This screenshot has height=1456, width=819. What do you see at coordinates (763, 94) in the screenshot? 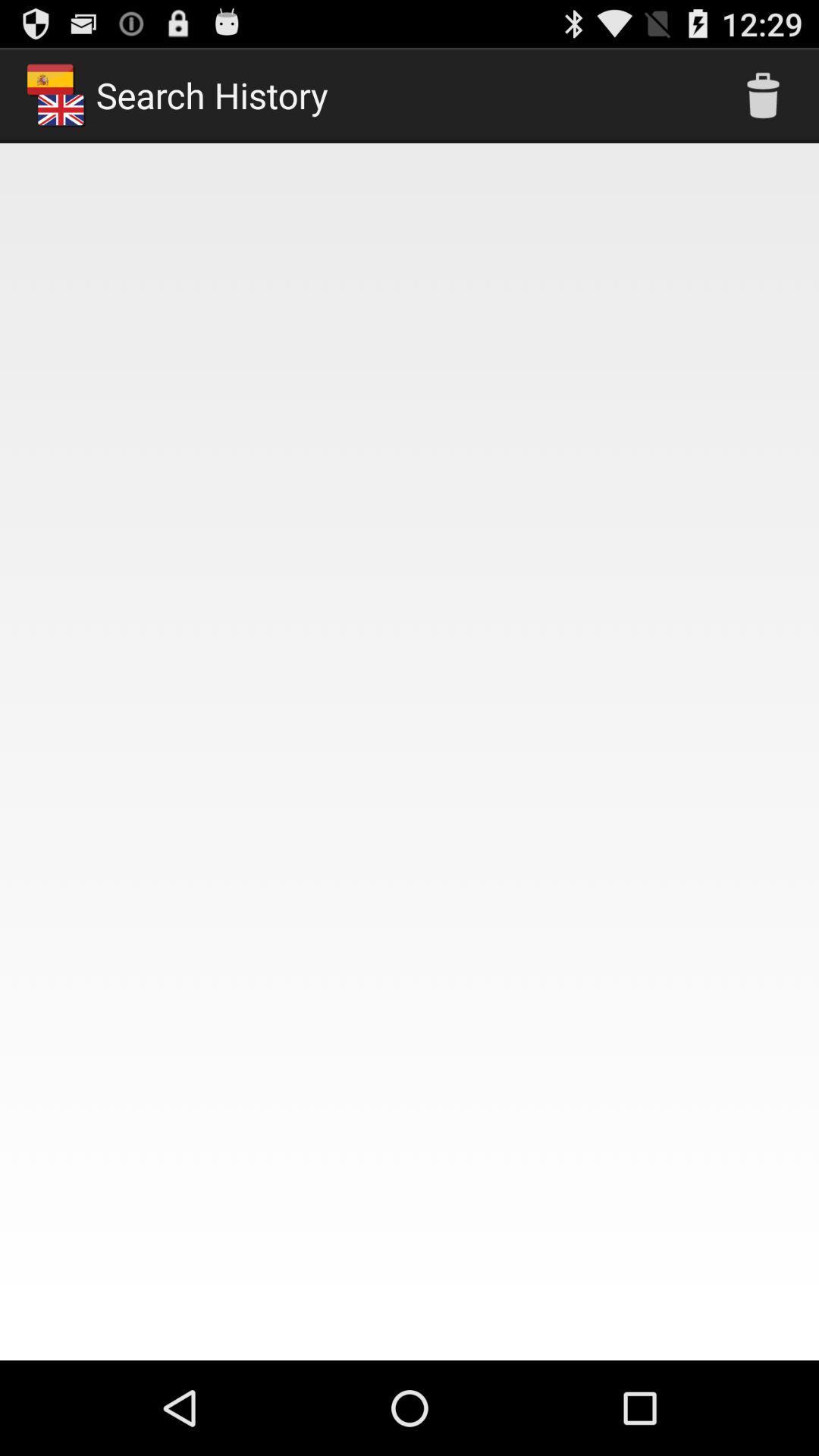
I see `app next to search history` at bounding box center [763, 94].